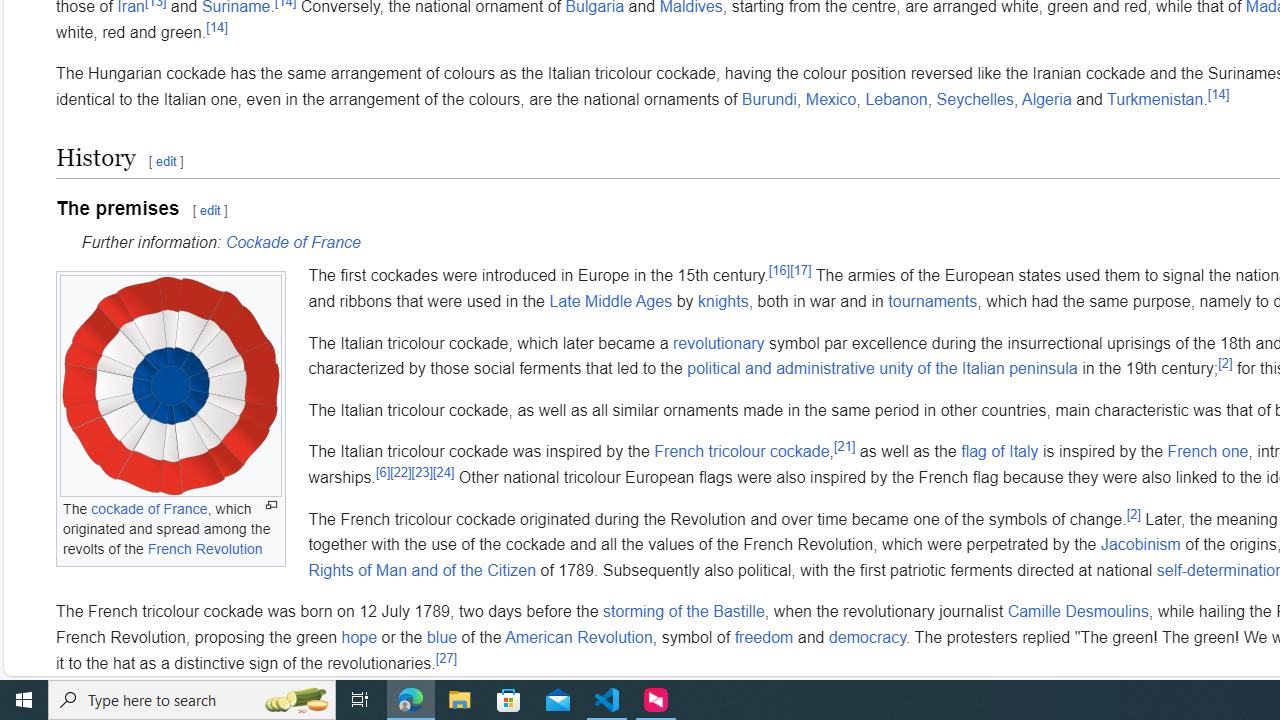  What do you see at coordinates (683, 611) in the screenshot?
I see `'storming of the Bastille'` at bounding box center [683, 611].